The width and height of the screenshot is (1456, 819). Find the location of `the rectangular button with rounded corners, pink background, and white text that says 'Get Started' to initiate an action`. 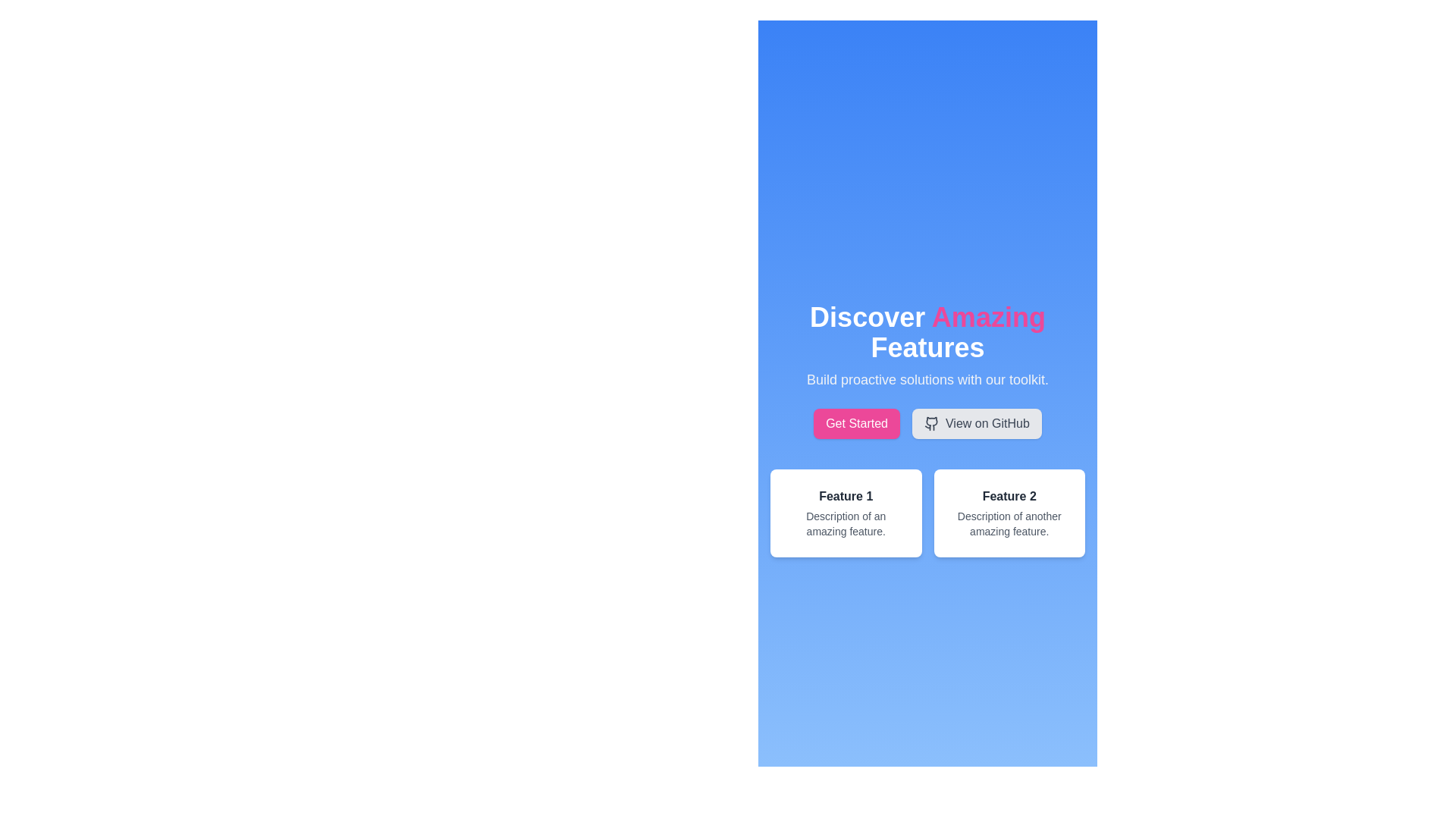

the rectangular button with rounded corners, pink background, and white text that says 'Get Started' to initiate an action is located at coordinates (856, 424).